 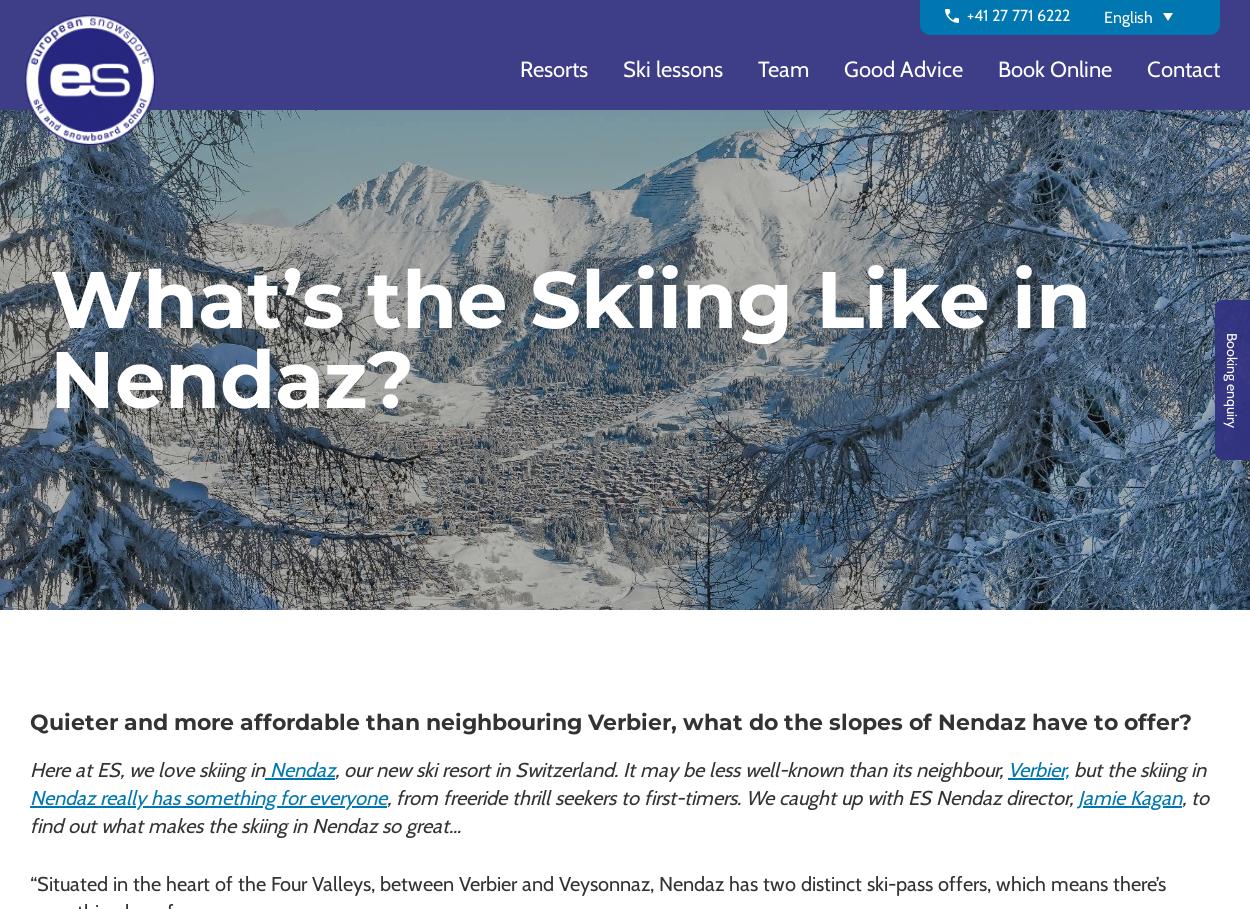 What do you see at coordinates (903, 69) in the screenshot?
I see `'Good Advice'` at bounding box center [903, 69].